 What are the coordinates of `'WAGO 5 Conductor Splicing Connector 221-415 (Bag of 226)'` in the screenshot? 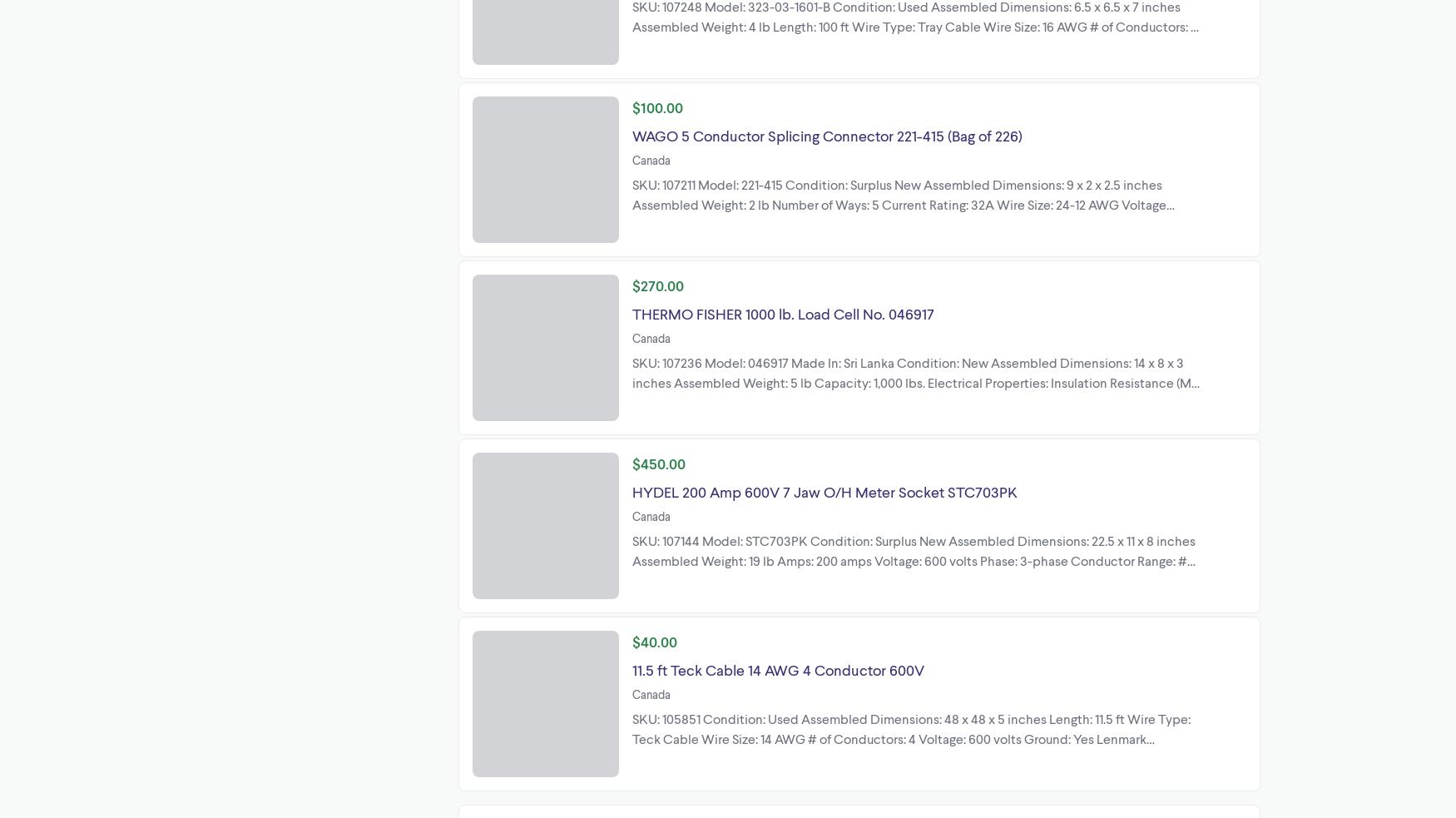 It's located at (827, 133).